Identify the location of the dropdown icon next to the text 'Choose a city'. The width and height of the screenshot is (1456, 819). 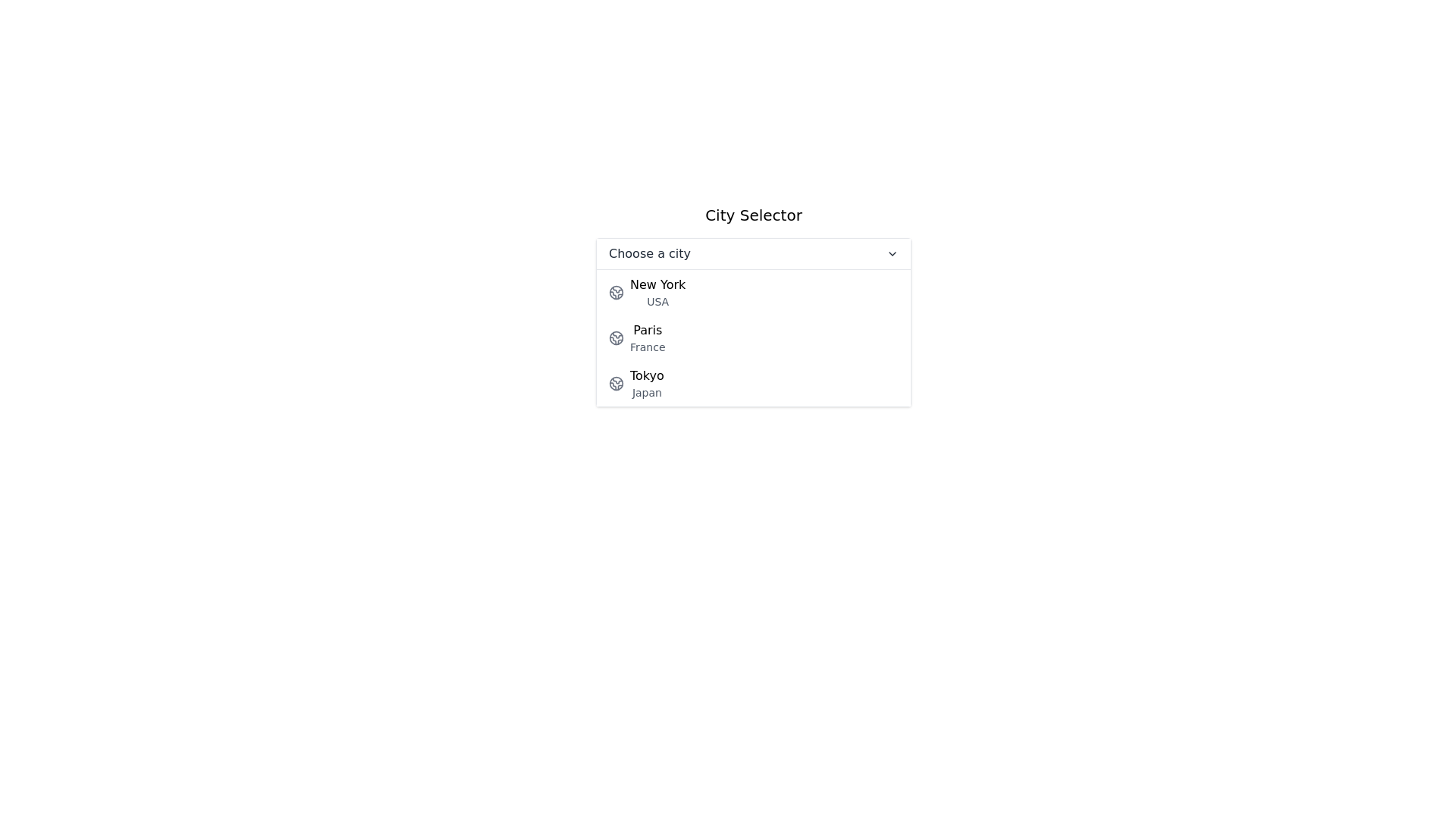
(892, 253).